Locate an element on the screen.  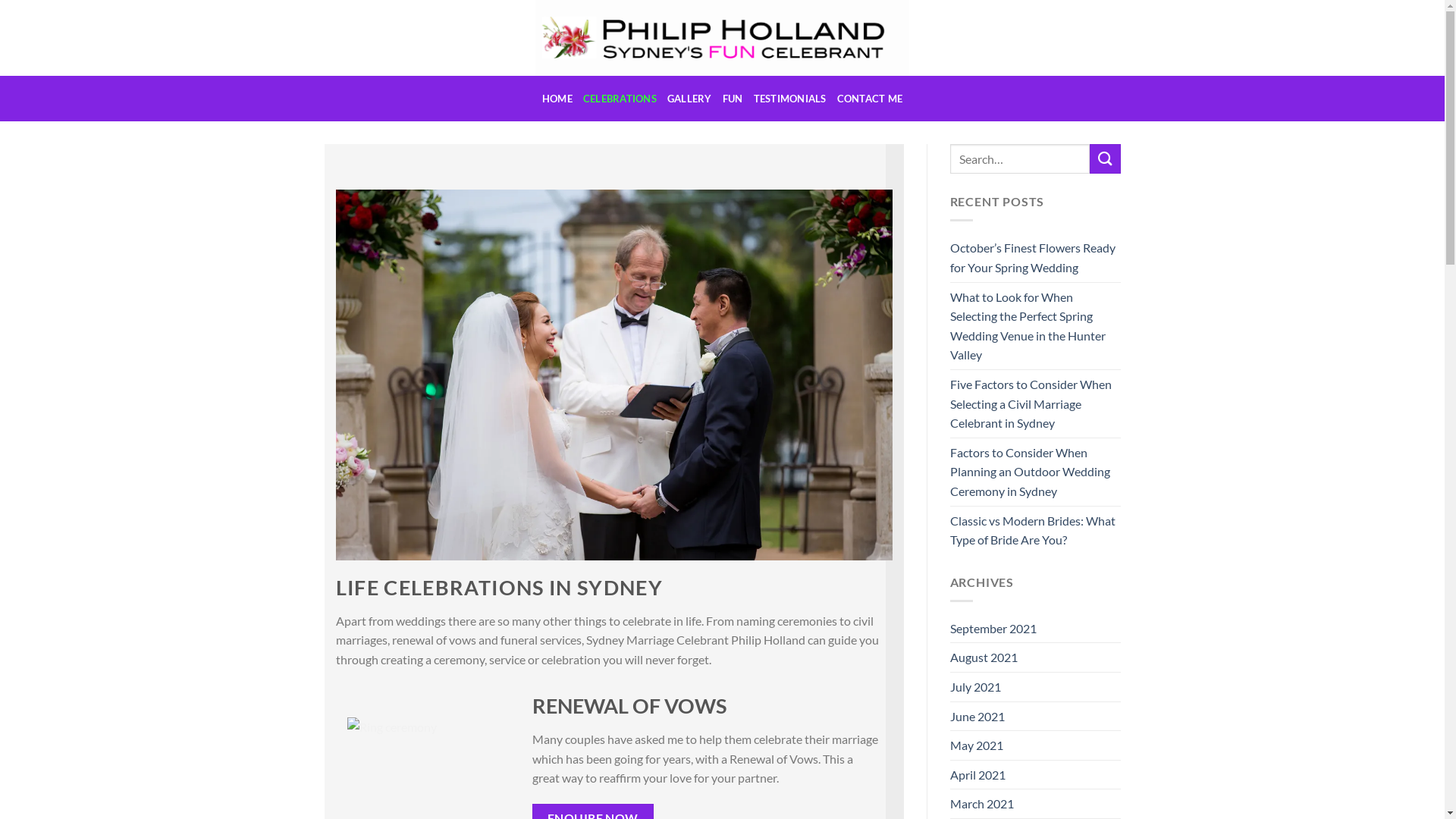
'TESTIMONIALS' is located at coordinates (789, 99).